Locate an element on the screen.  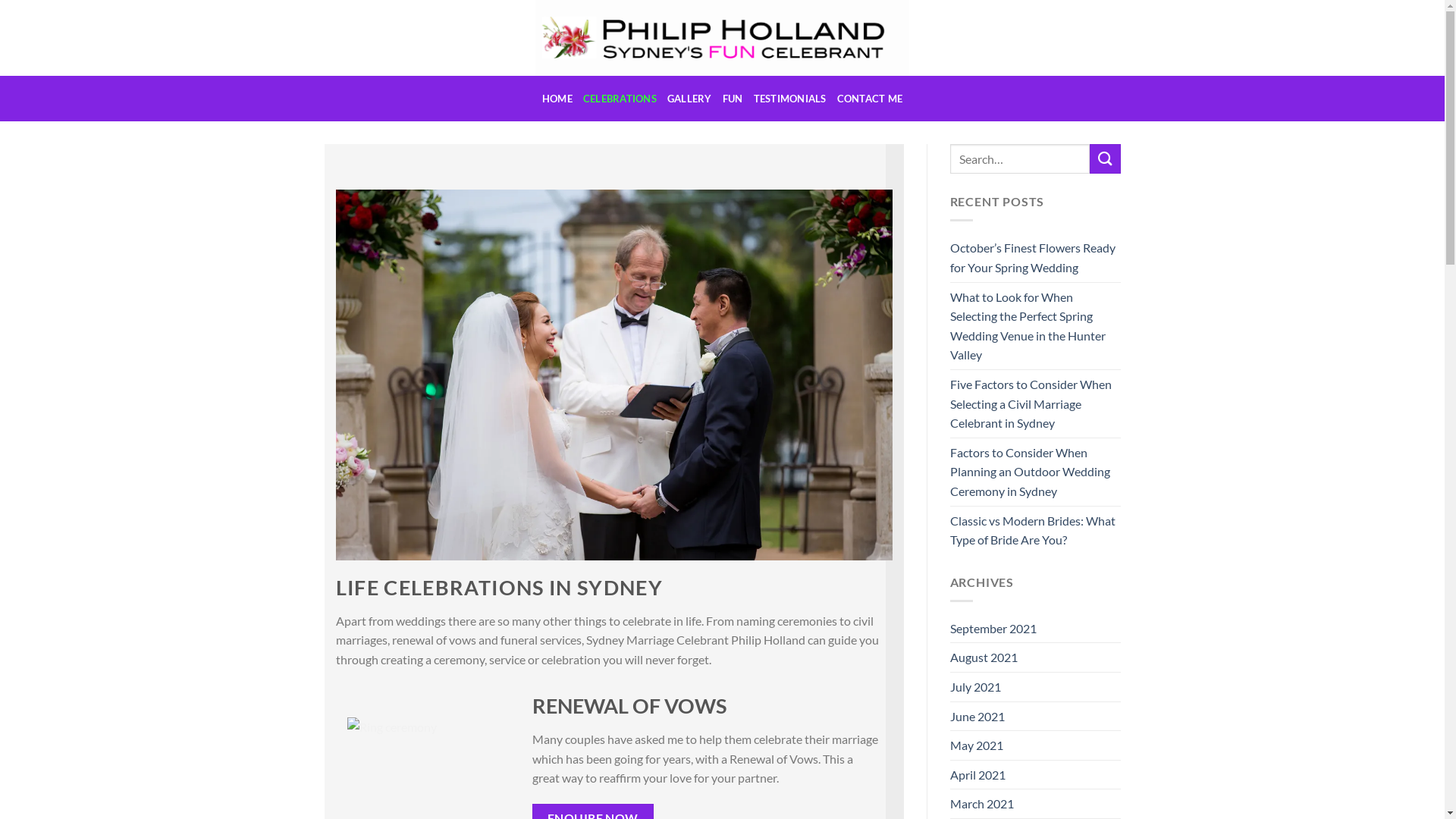
'TESTIMONIALS' is located at coordinates (789, 99).